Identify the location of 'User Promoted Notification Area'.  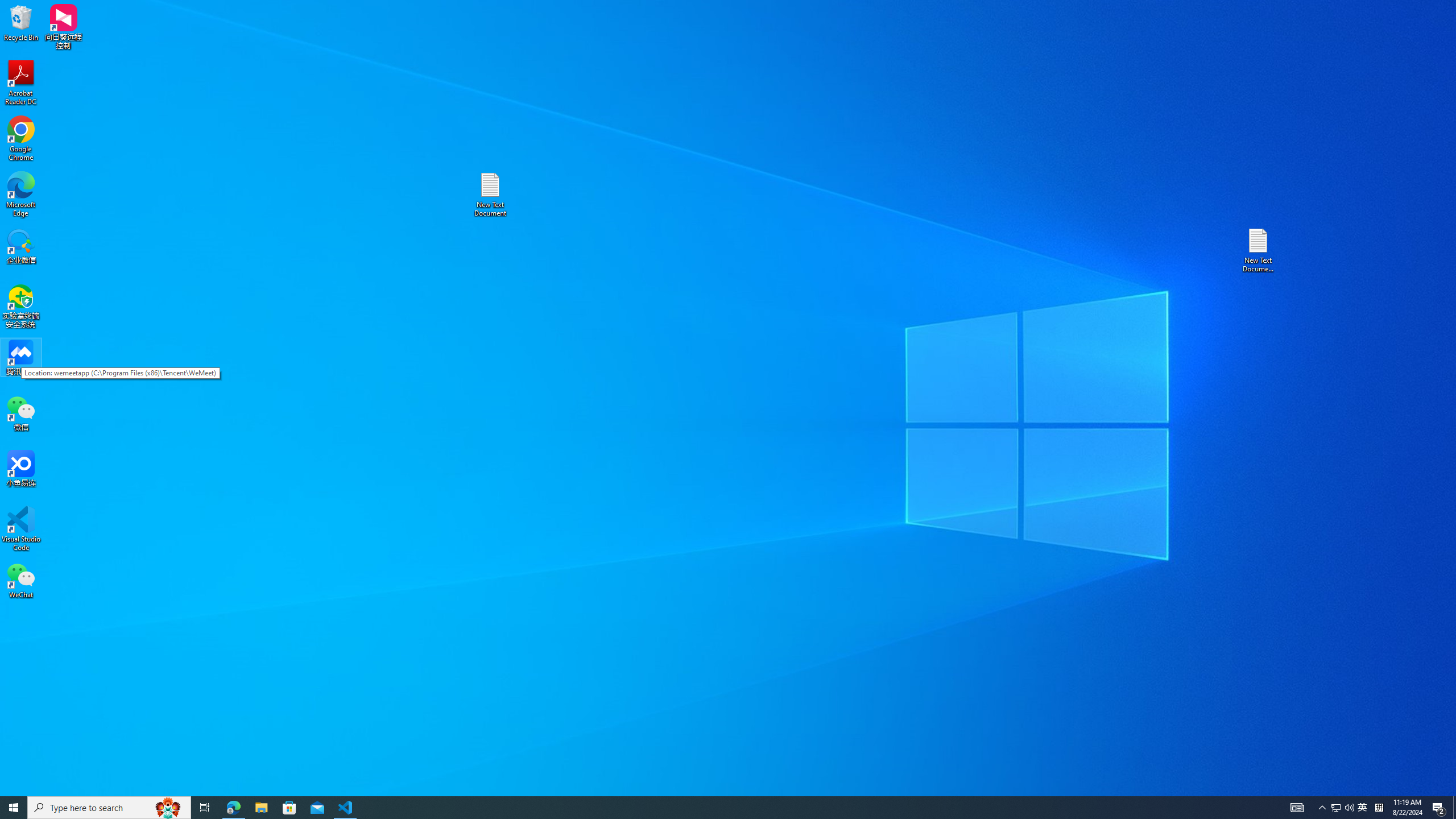
(1342, 806).